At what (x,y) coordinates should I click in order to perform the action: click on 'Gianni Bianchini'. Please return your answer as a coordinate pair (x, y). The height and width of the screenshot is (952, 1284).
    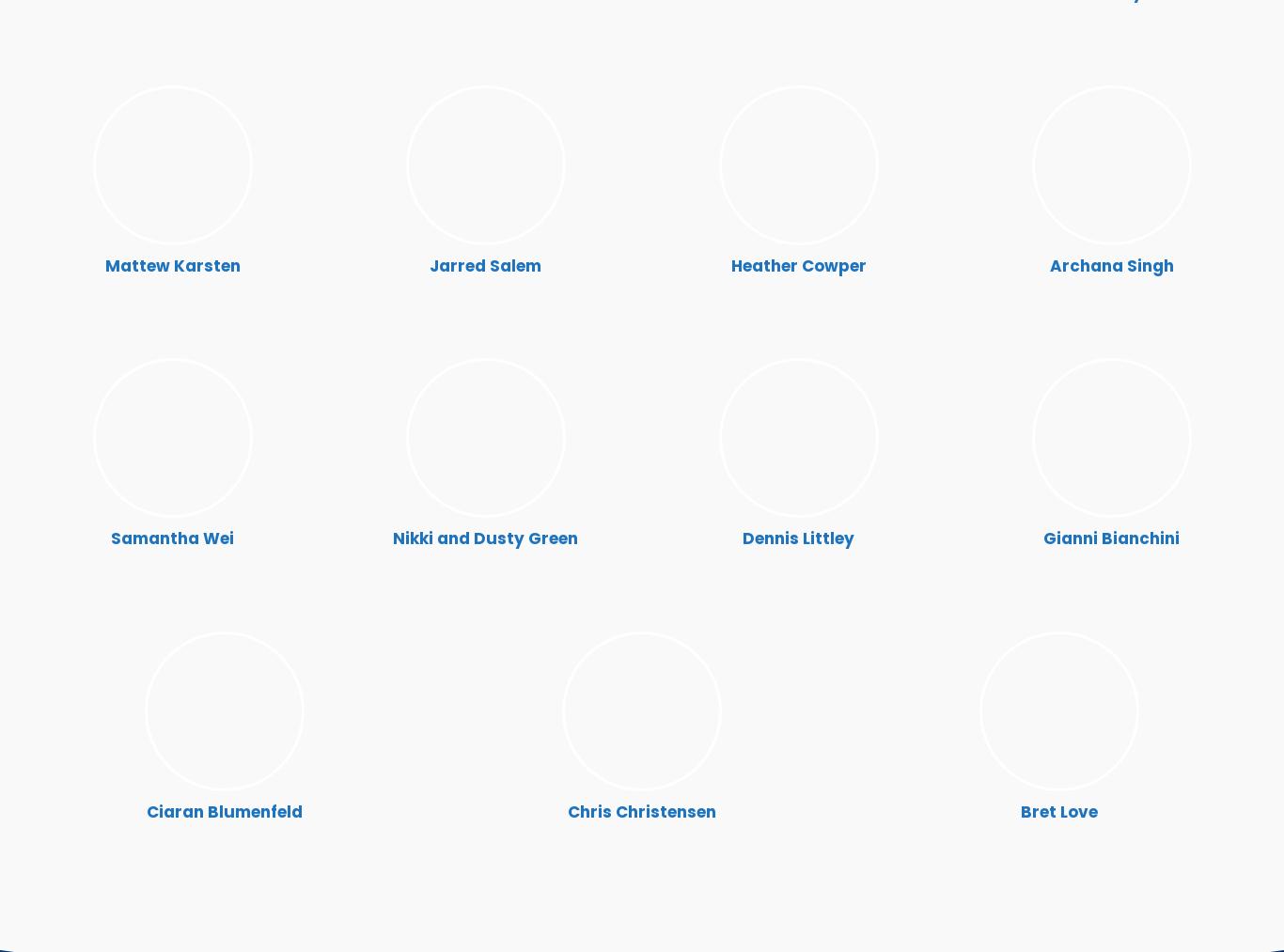
    Looking at the image, I should click on (1042, 538).